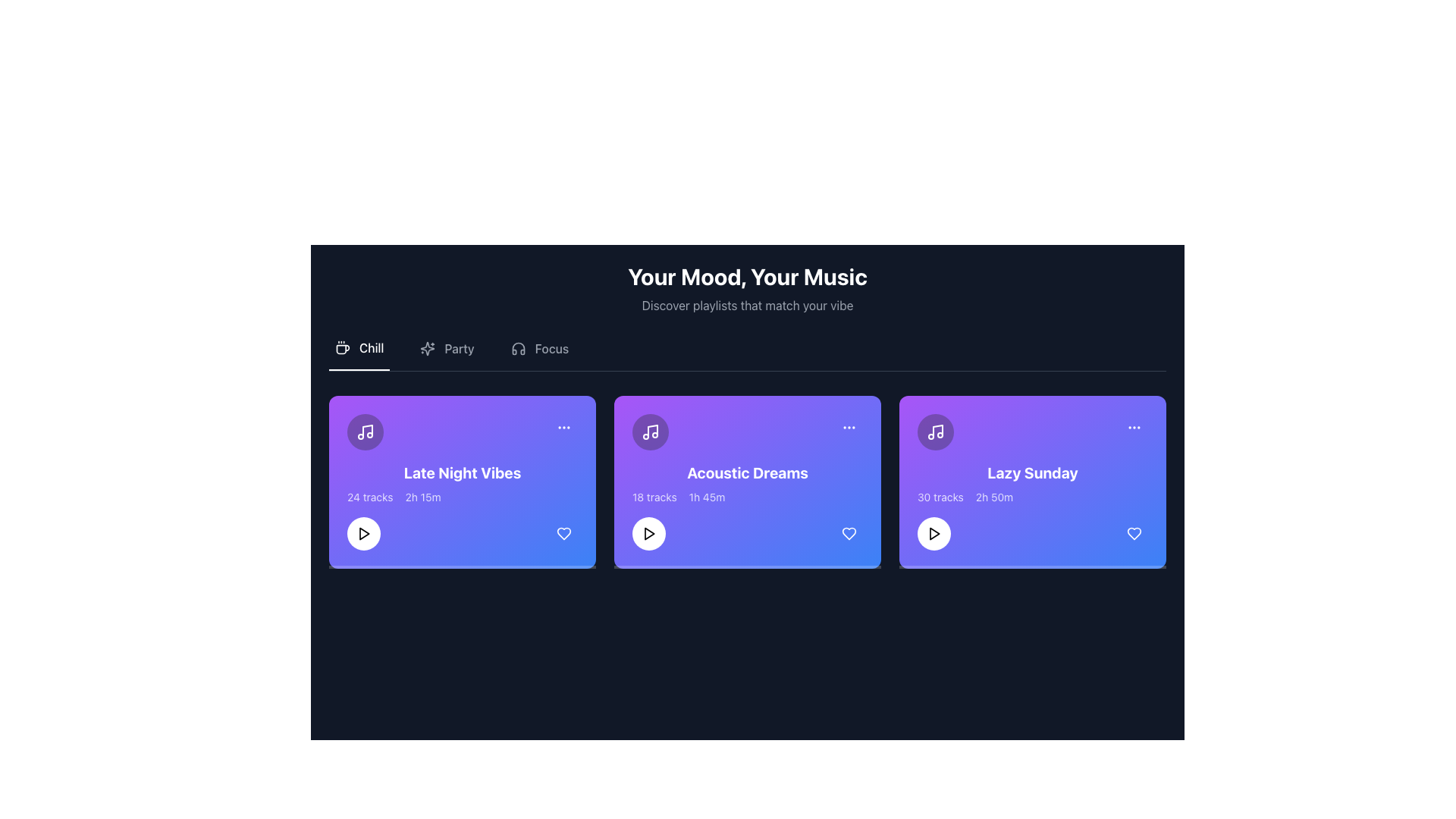 The width and height of the screenshot is (1456, 819). I want to click on the heart icon in the bottom-right corner of the 'Acoustic Dreams' card to mark it as liked or favorited, so click(848, 533).